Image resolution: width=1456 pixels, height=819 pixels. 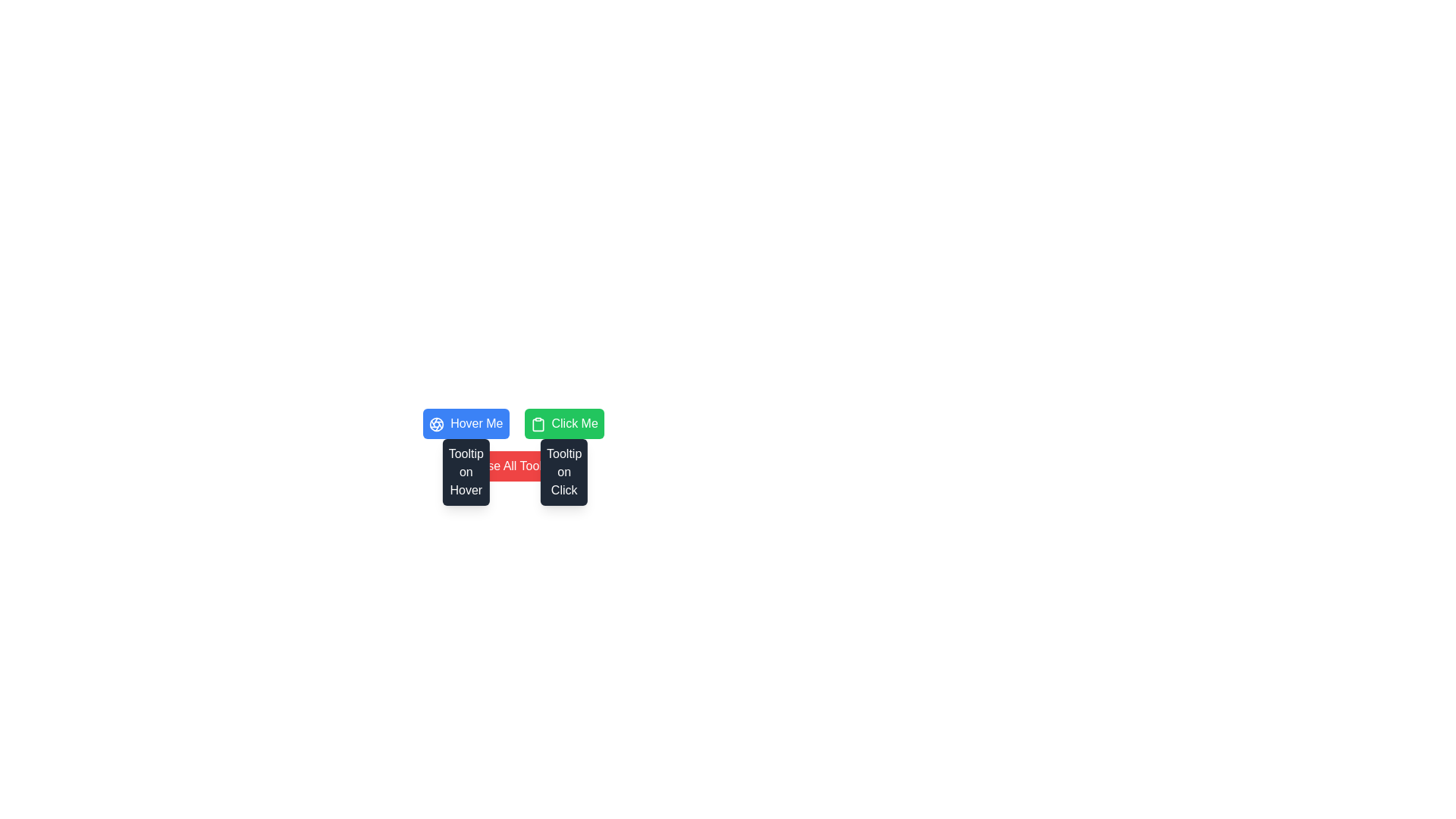 I want to click on the decorative icon located at the left edge of the 'Hover Me' blue button, which enhances the button's appearance, so click(x=436, y=424).